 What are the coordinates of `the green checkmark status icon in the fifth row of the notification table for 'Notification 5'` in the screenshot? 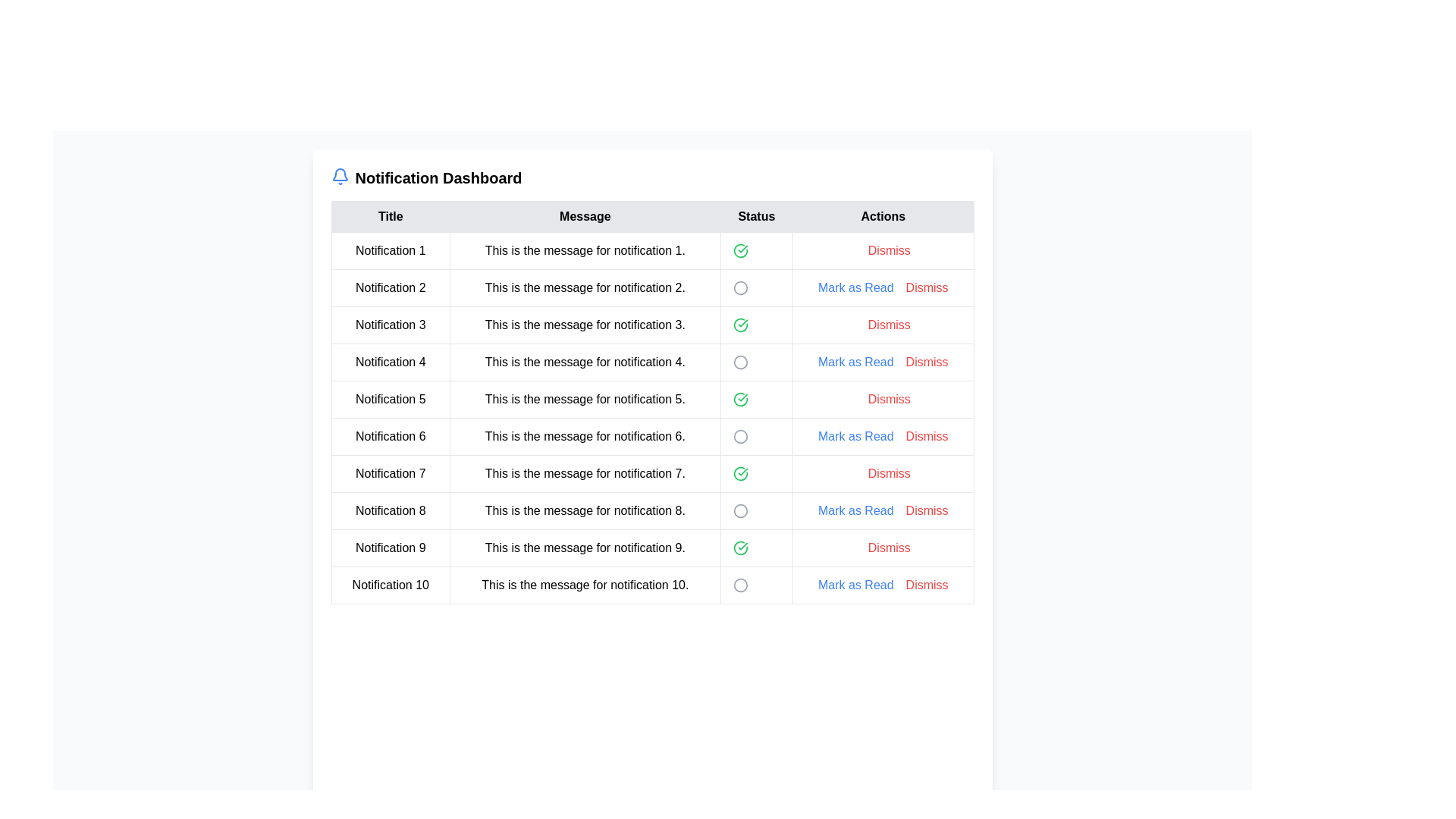 It's located at (652, 399).